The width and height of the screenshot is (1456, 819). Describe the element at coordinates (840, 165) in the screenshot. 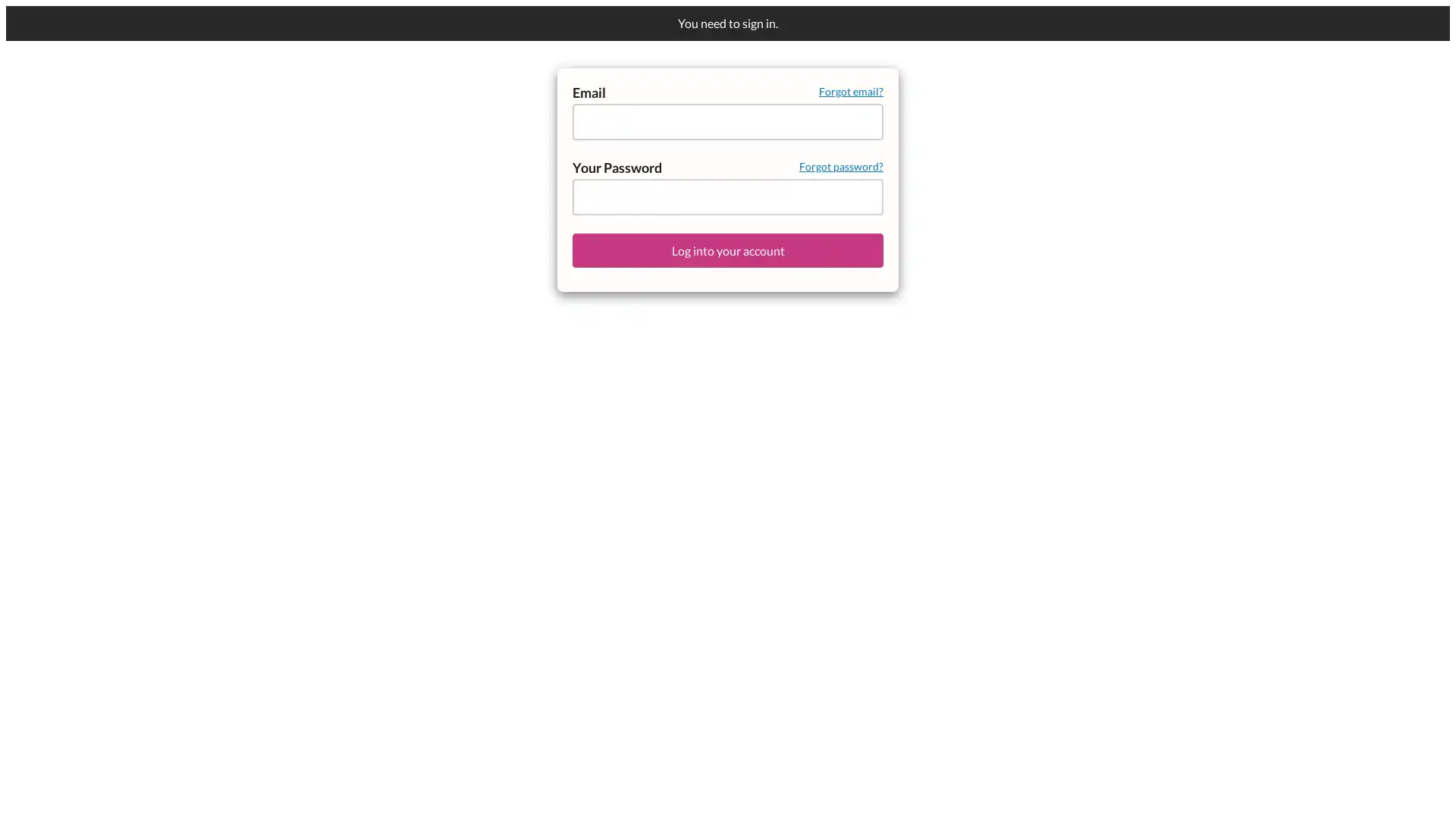

I see `Forgot password?` at that location.